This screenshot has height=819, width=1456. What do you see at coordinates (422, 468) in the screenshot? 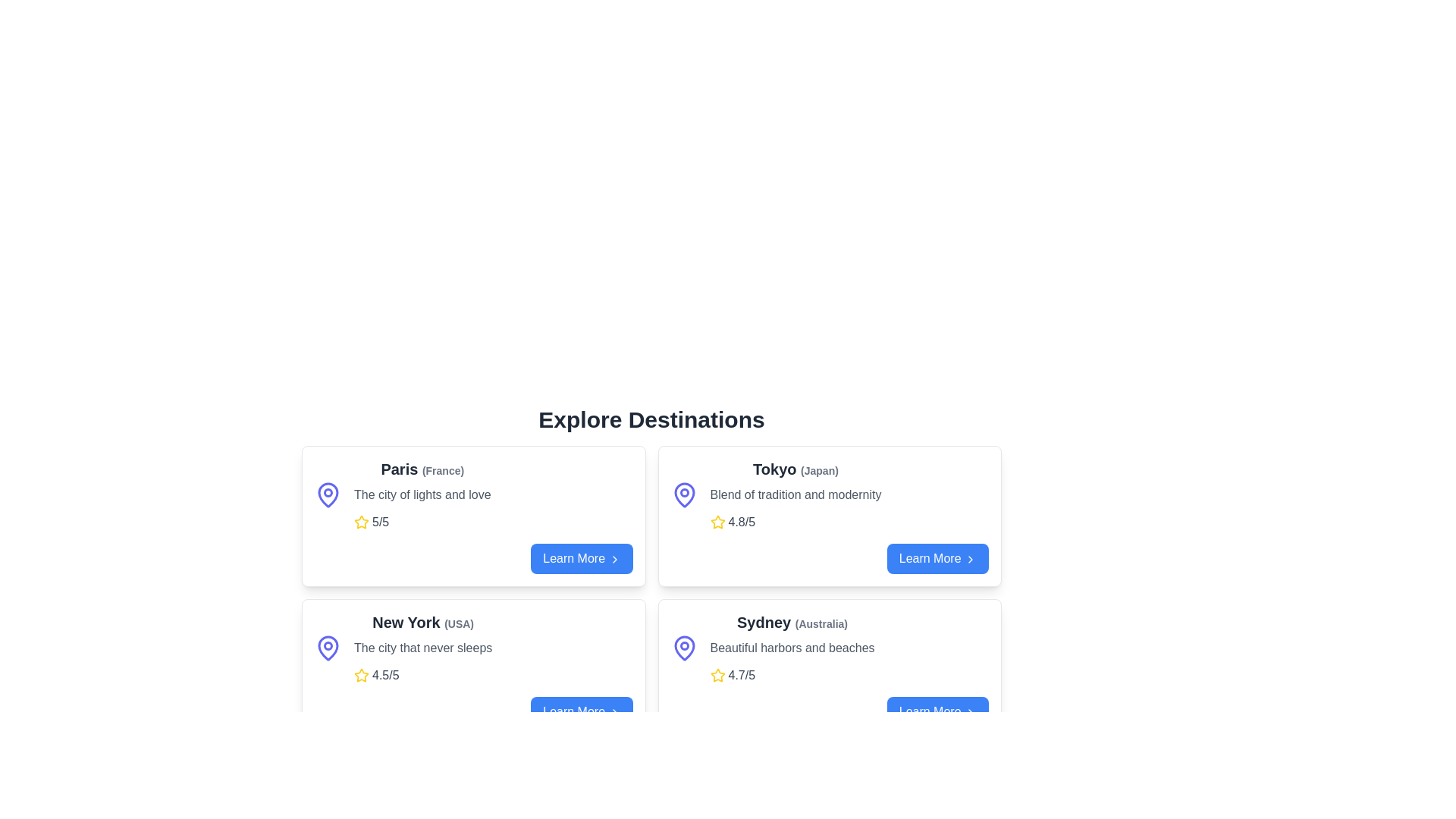
I see `the text element displaying the city name 'Paris' and its regional context '(France)', which is located at the top left of a card in the first row and first column of a grid structure` at bounding box center [422, 468].